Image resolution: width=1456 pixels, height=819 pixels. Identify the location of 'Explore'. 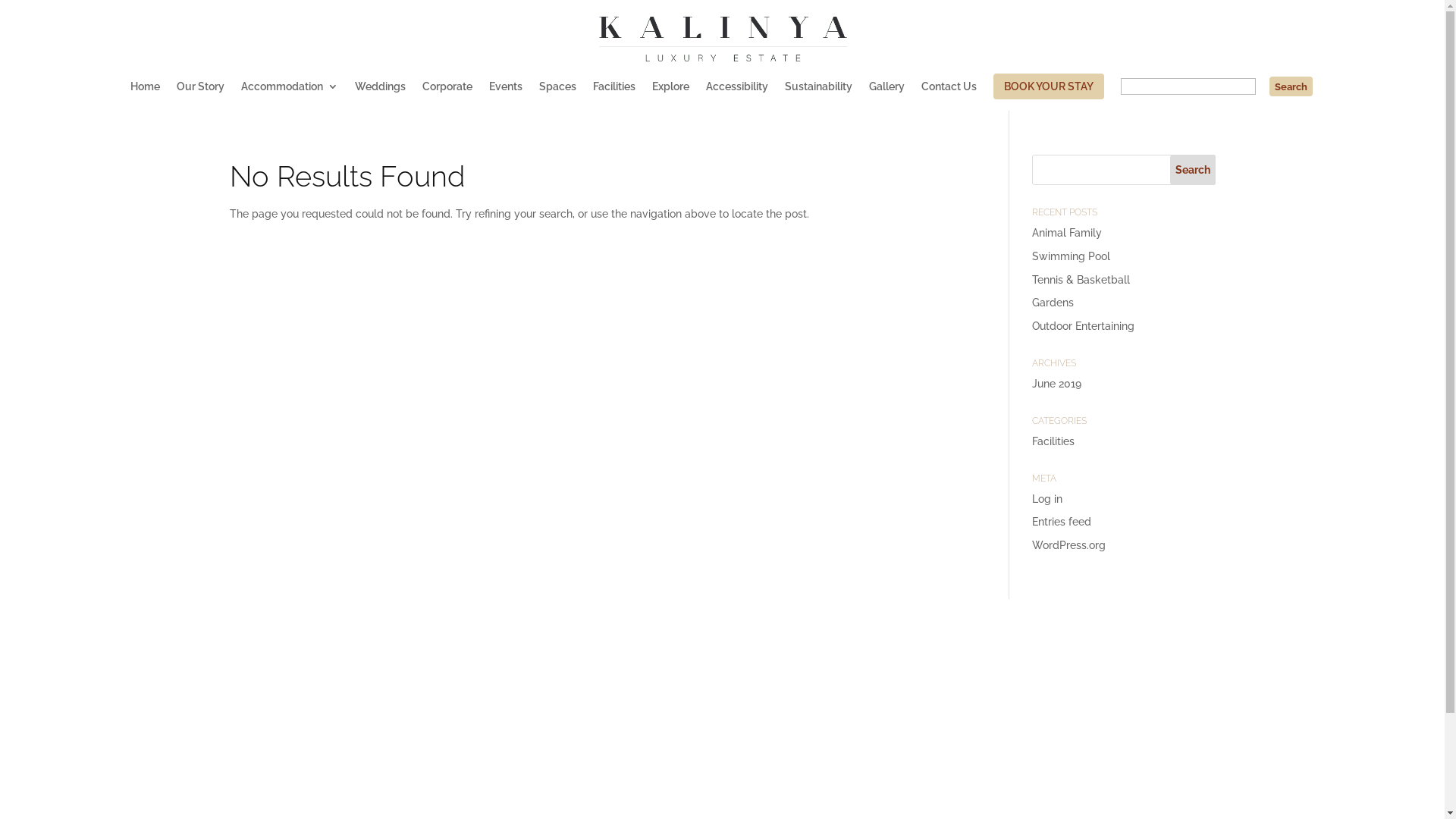
(651, 93).